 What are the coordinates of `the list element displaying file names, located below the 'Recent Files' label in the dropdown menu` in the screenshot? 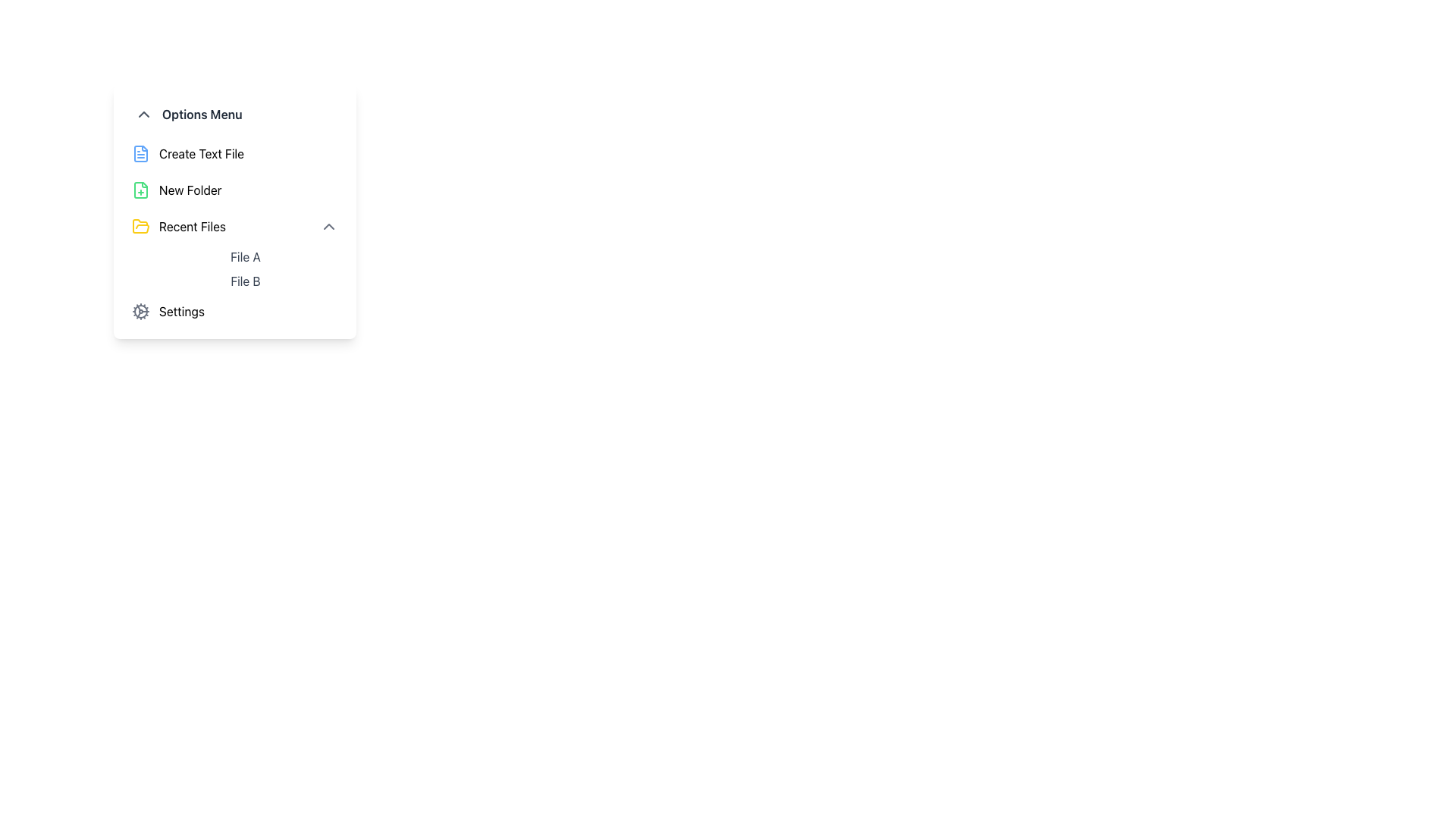 It's located at (234, 268).